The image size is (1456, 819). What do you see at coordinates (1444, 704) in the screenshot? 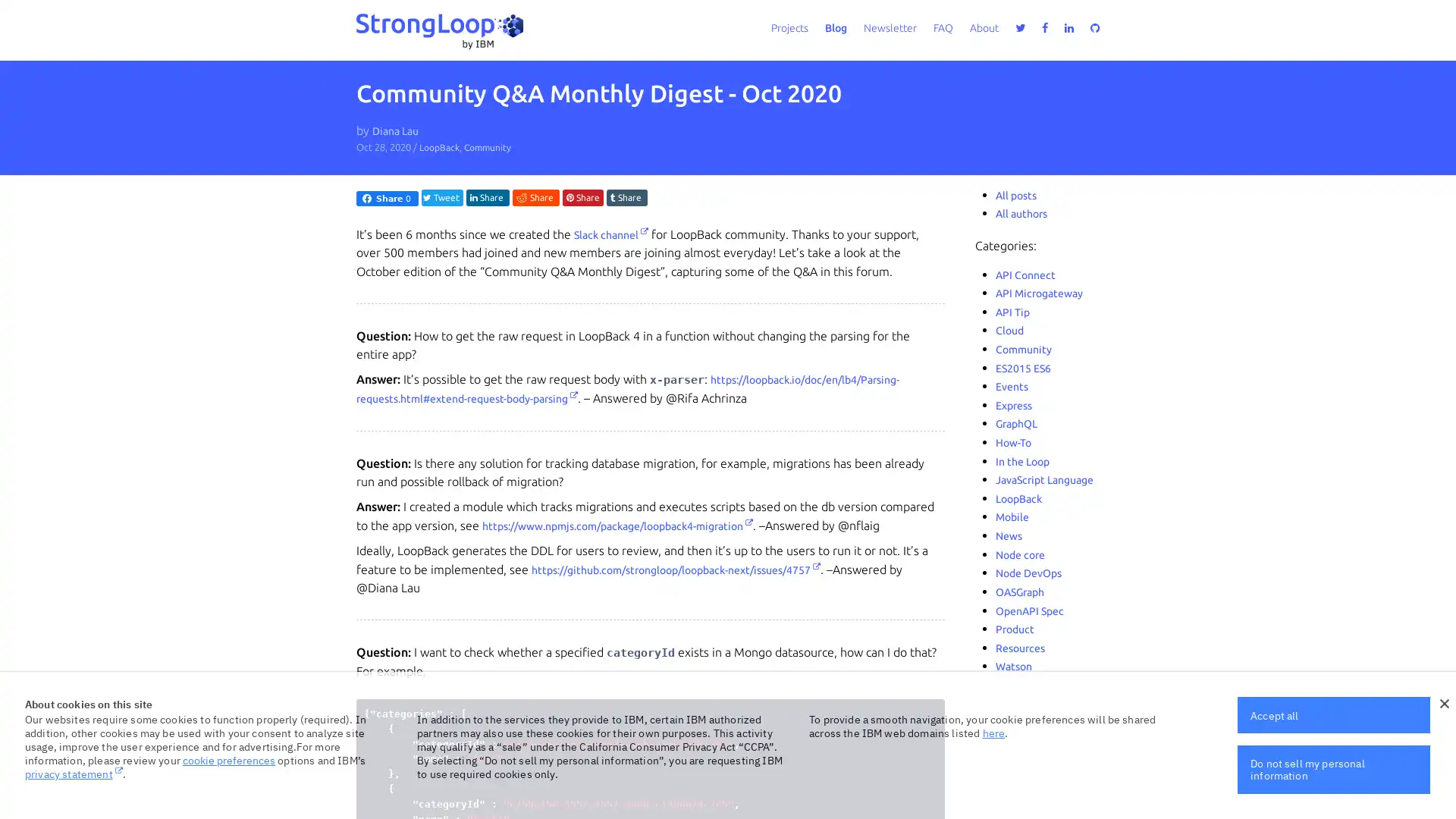
I see `close icon` at bounding box center [1444, 704].